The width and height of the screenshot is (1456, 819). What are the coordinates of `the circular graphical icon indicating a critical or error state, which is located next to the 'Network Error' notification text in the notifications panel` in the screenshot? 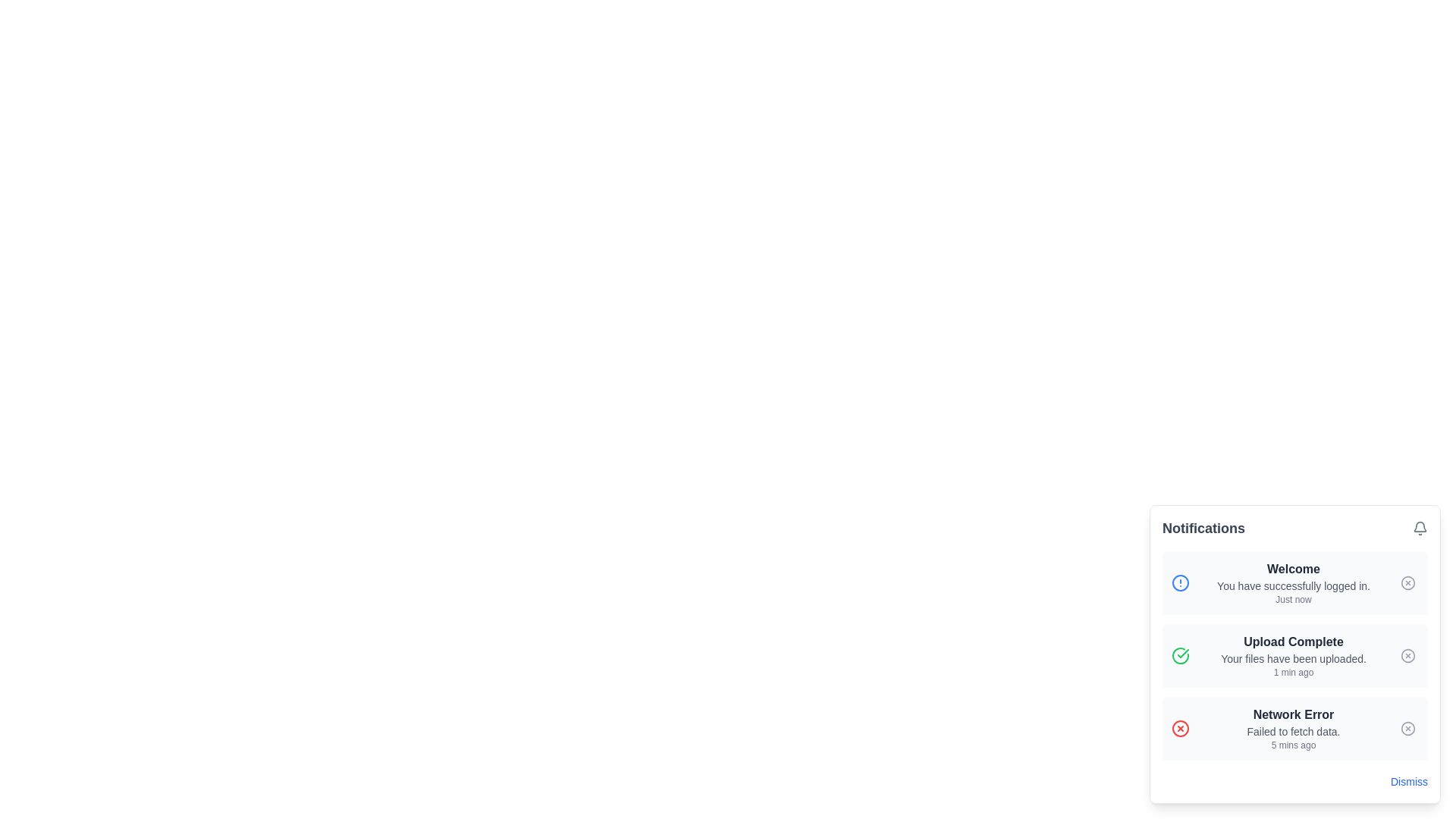 It's located at (1179, 727).